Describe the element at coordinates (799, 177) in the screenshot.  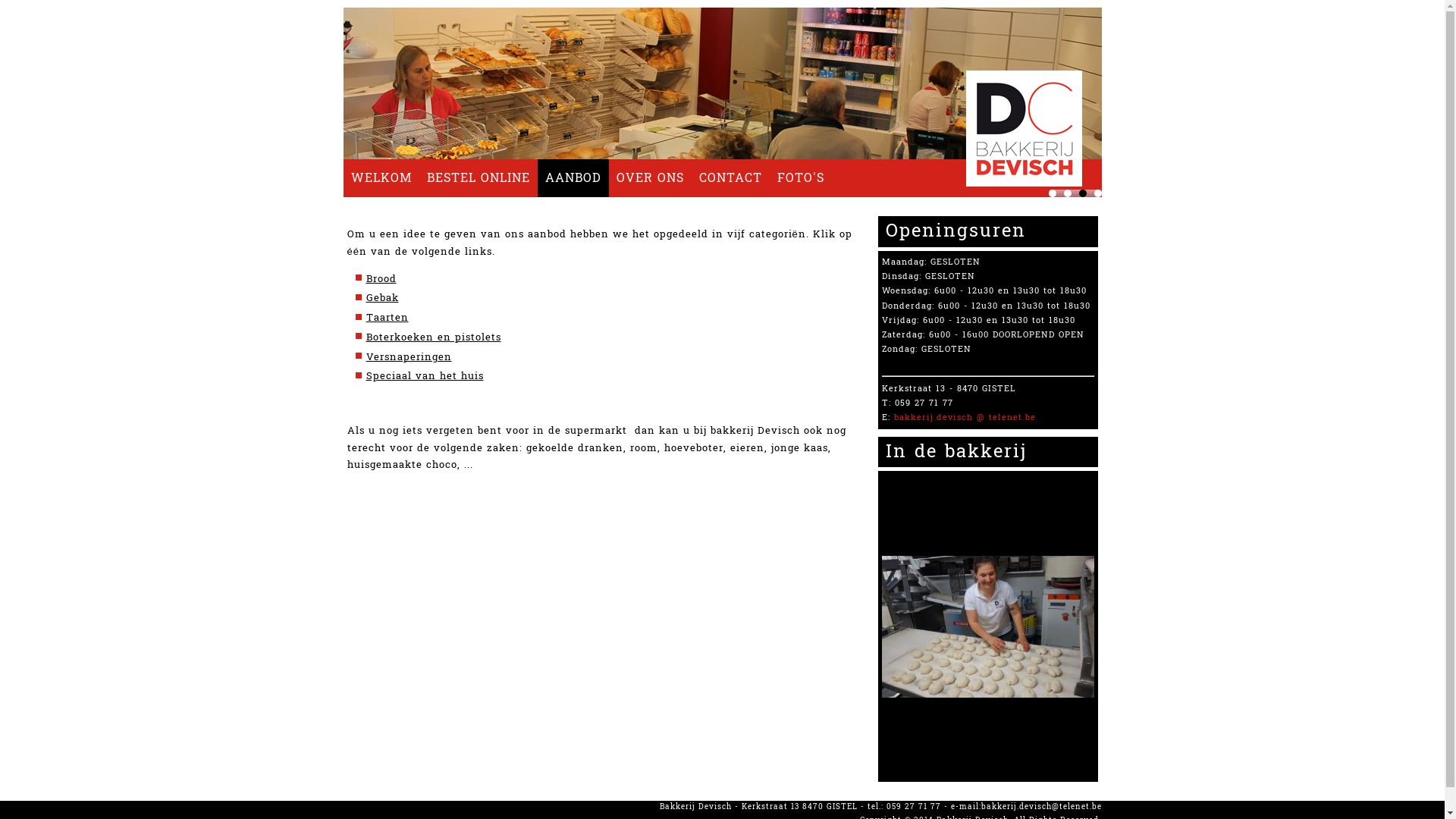
I see `'FOTO'S'` at that location.